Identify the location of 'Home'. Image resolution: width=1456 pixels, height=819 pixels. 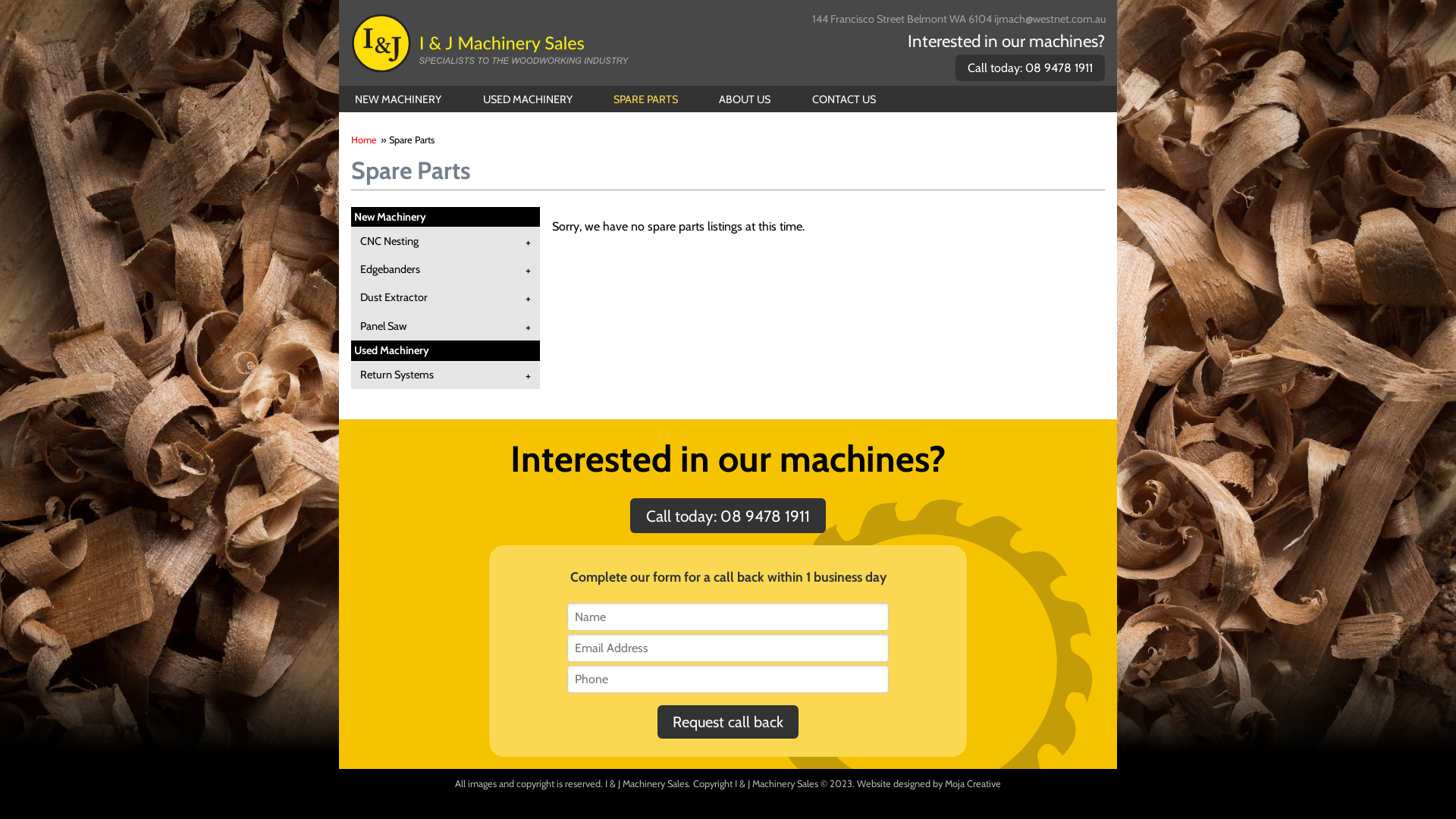
(364, 140).